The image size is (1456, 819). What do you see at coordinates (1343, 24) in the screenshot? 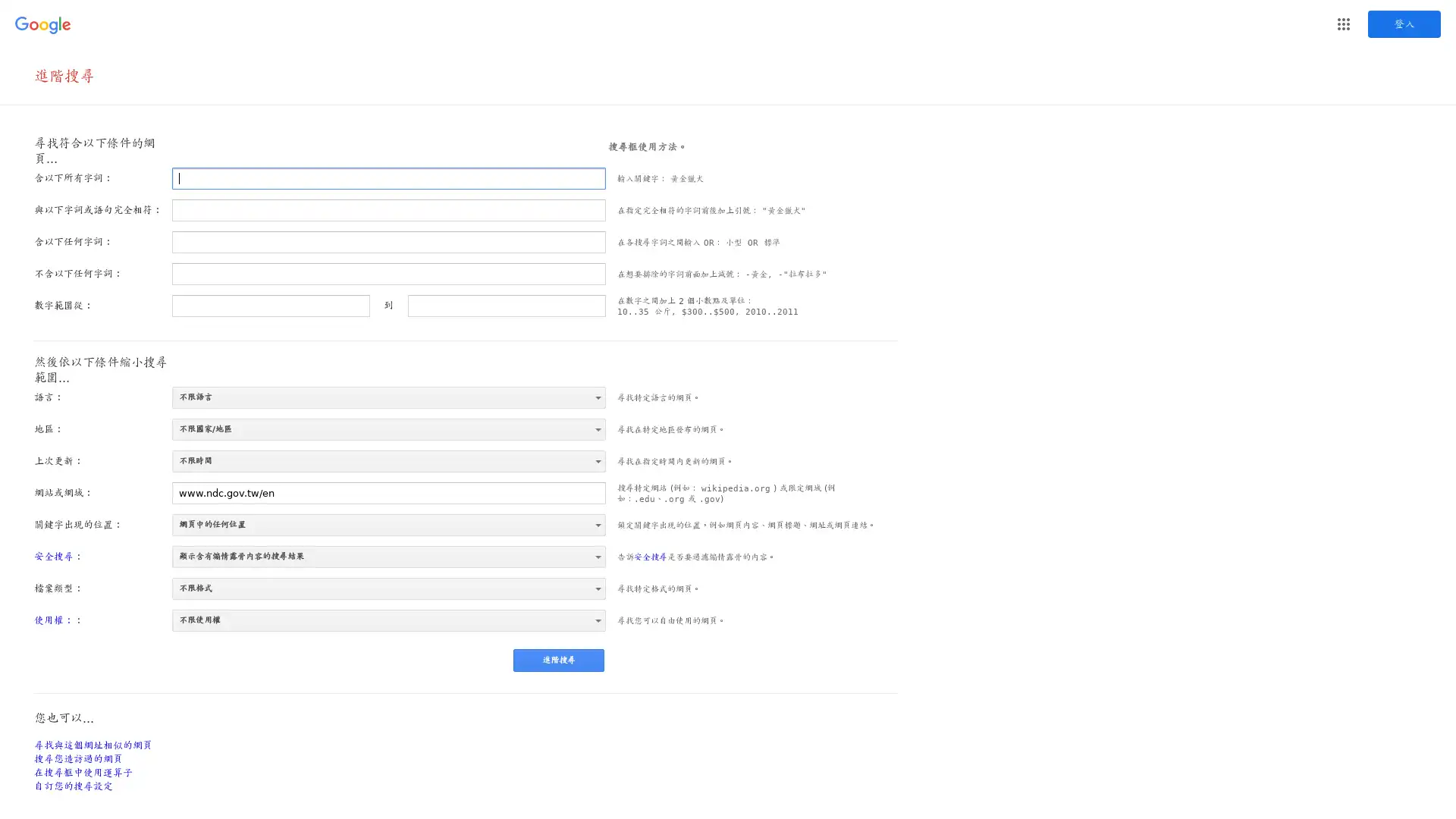
I see `Google` at bounding box center [1343, 24].